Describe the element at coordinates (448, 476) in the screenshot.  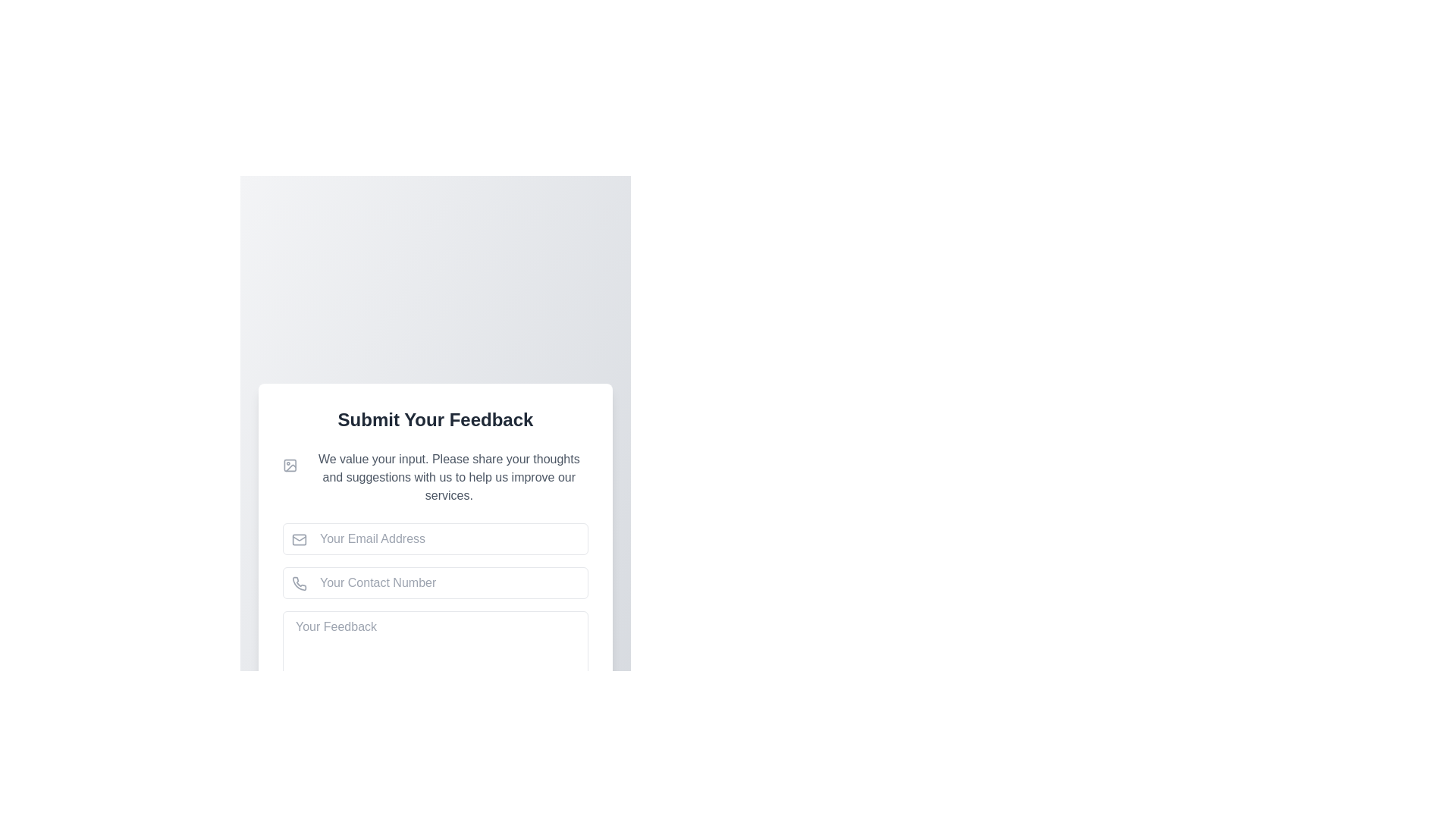
I see `the Informational Text Block located below the 'Submit Your Feedback' heading in the feedback form interface` at that location.